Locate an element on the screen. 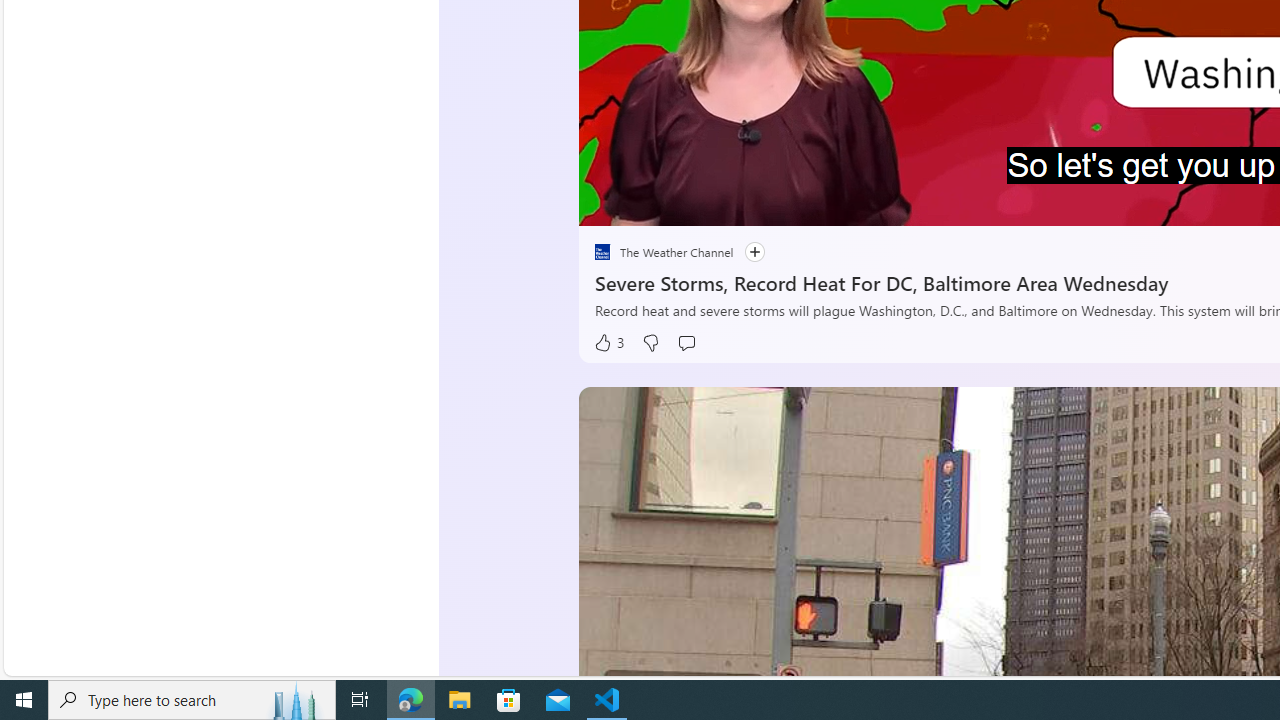  'placeholder The Weather Channel' is located at coordinates (663, 251).